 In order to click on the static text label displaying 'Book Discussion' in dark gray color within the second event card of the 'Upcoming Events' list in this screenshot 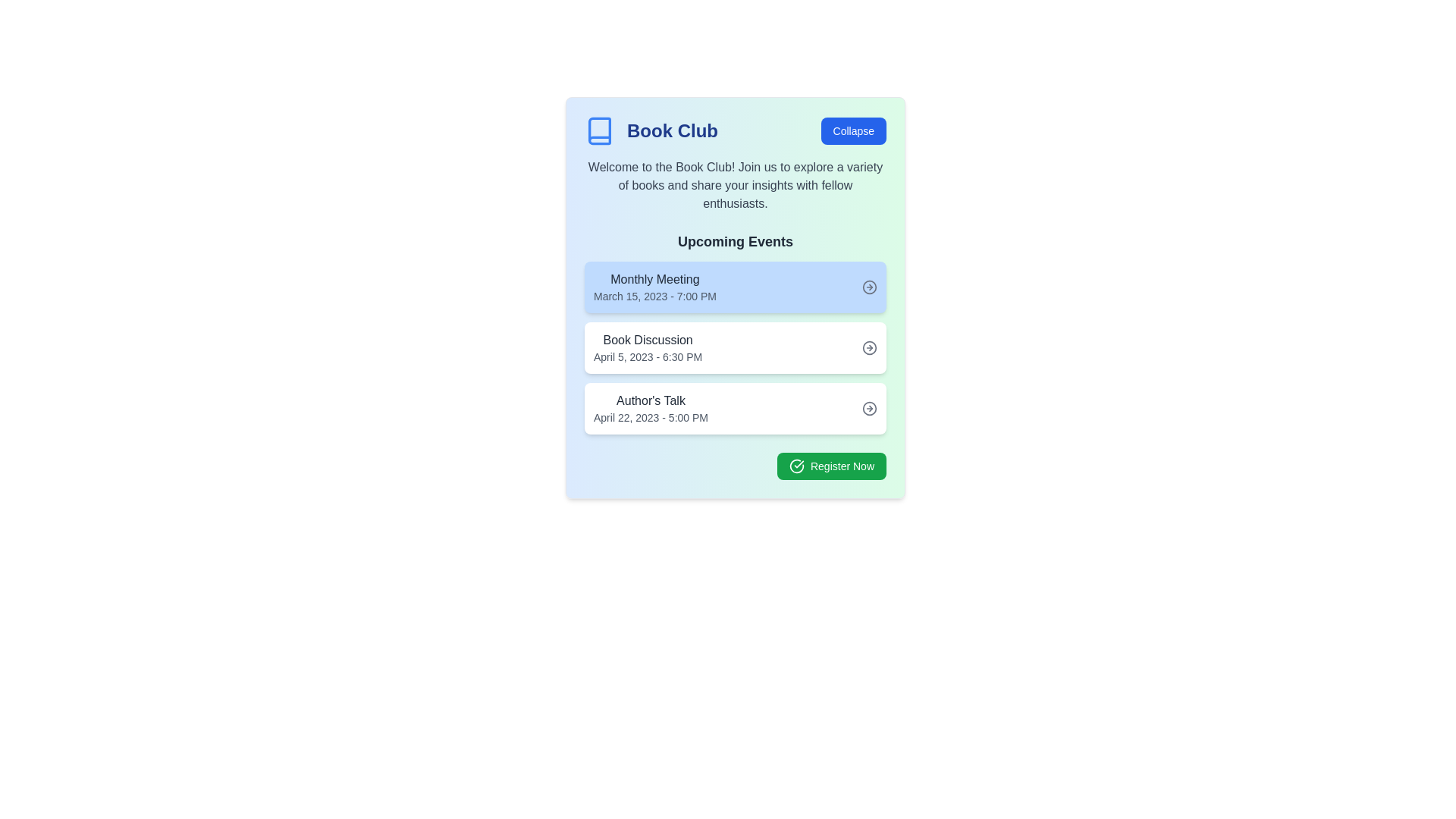, I will do `click(648, 339)`.